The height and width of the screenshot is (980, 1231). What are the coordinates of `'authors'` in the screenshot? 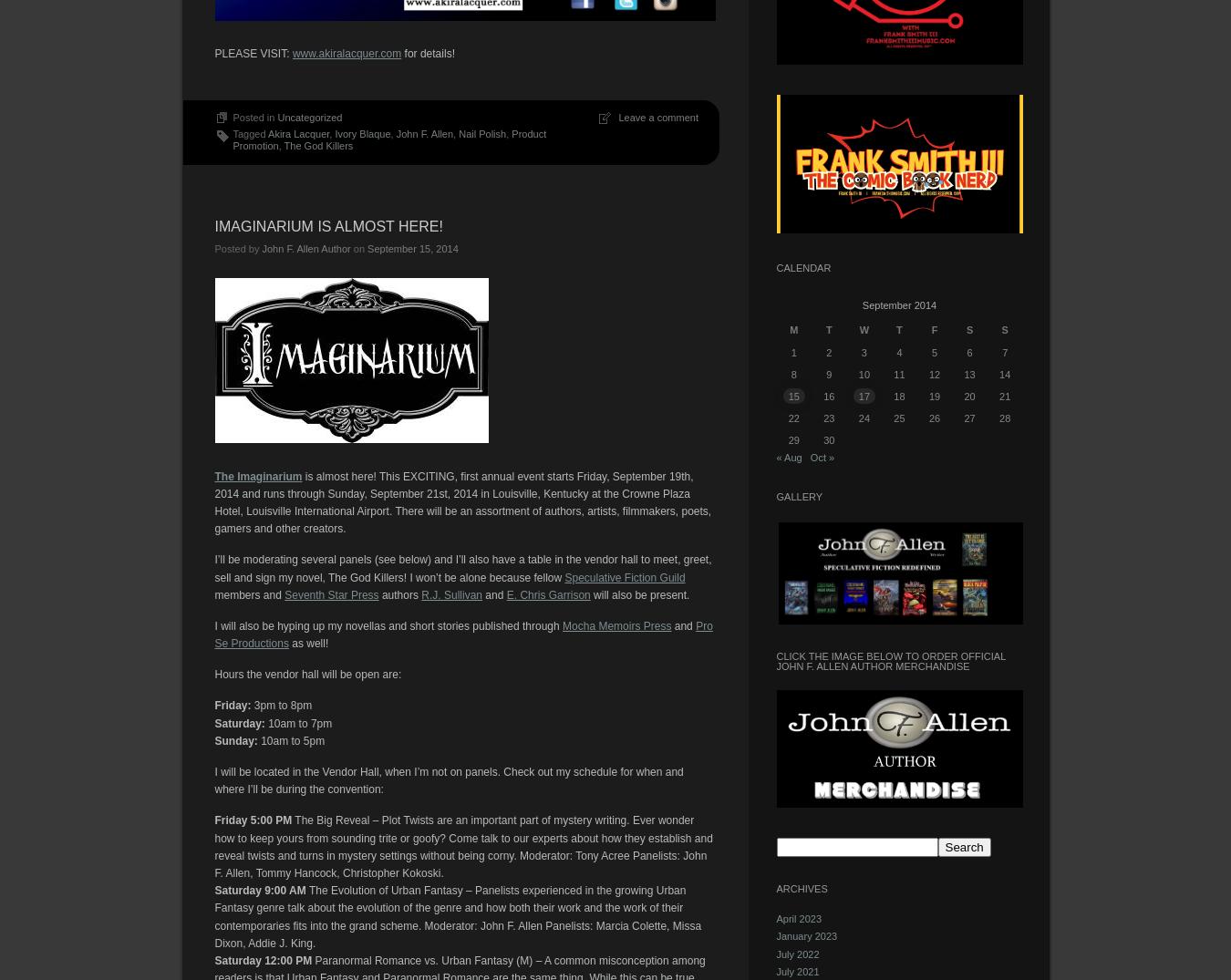 It's located at (399, 593).